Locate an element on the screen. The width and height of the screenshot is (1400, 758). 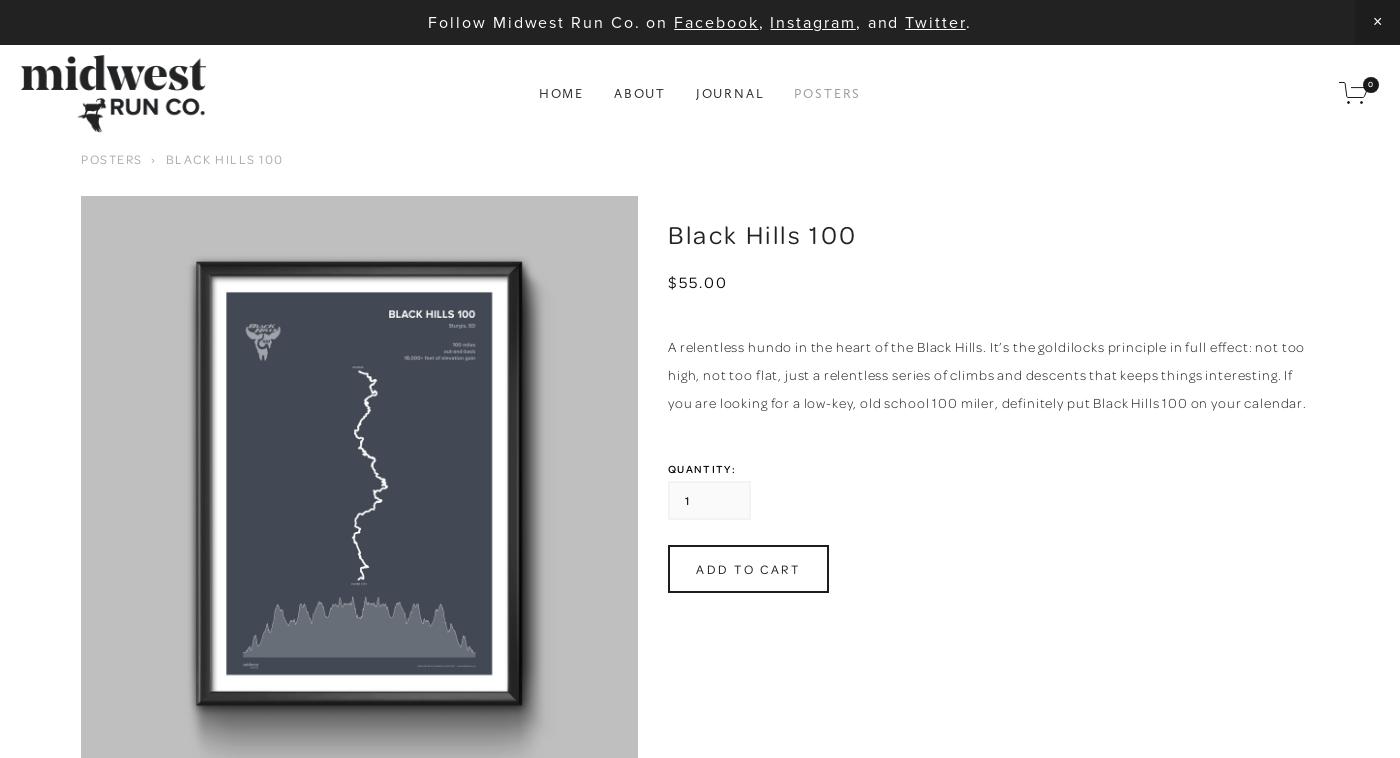
'Quantity:' is located at coordinates (700, 467).